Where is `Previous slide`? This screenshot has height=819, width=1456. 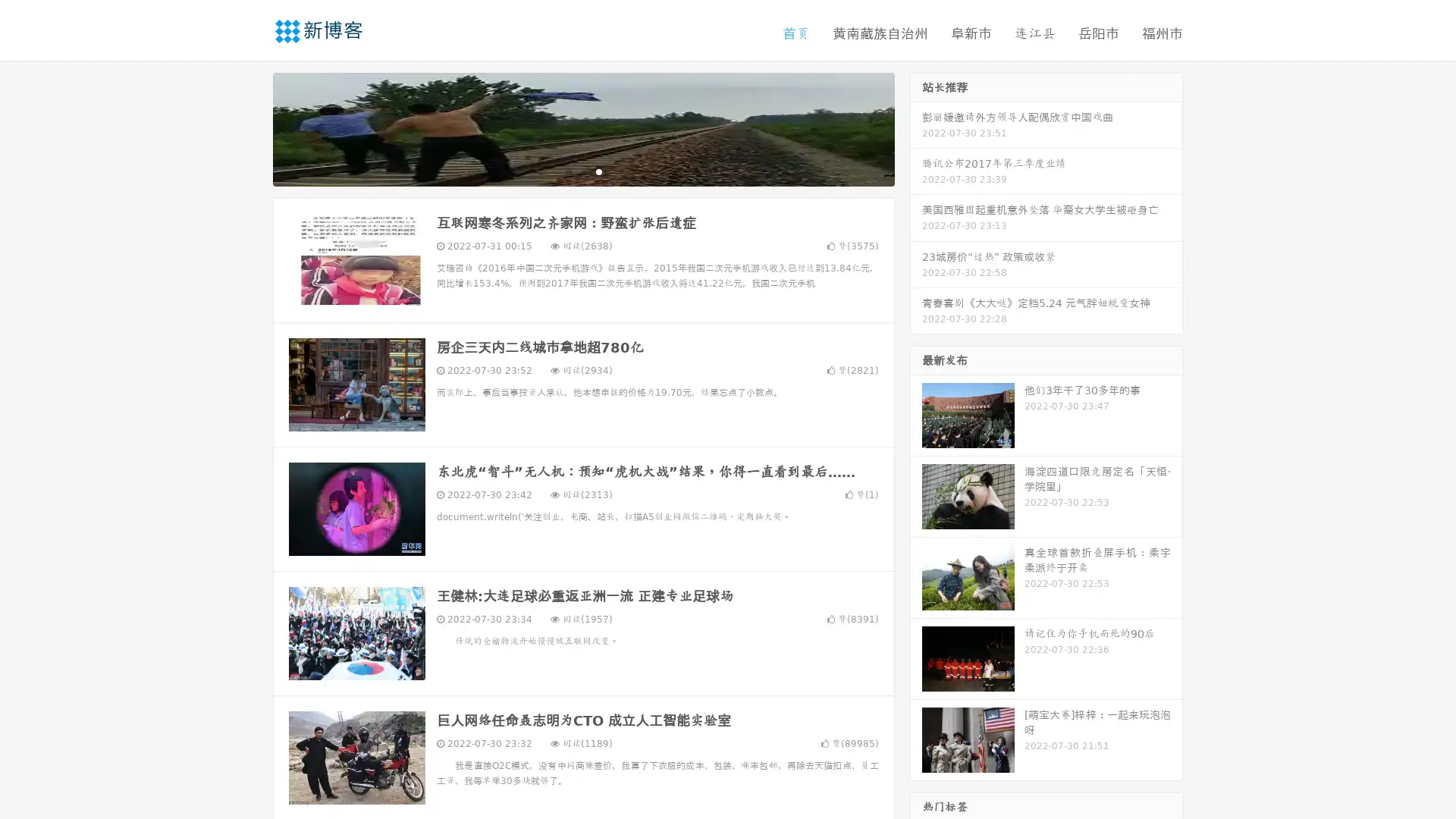 Previous slide is located at coordinates (250, 127).